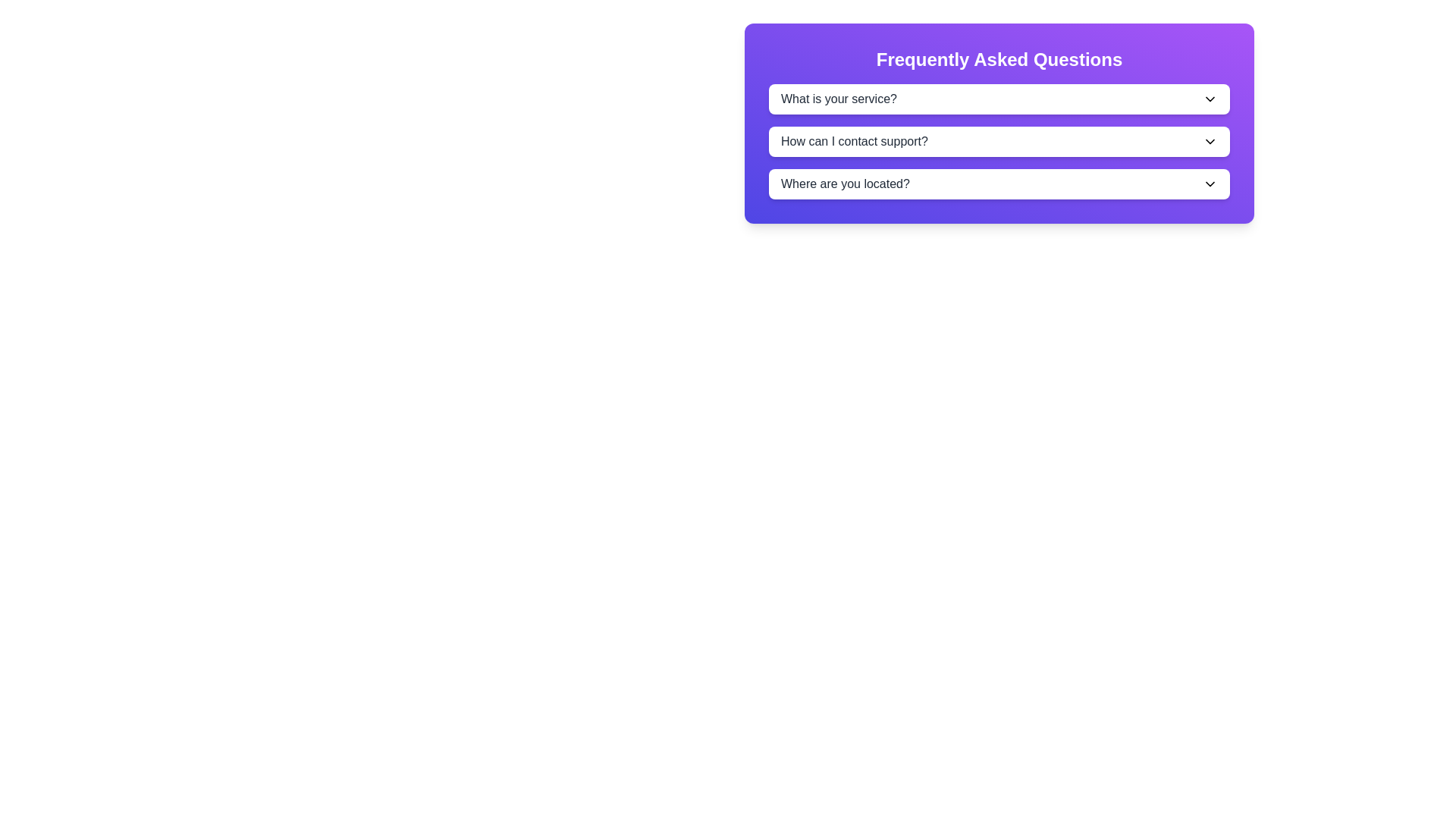  I want to click on the Dropdown icon (chevron) located on the far-right side of the question text 'How can I contact support?', so click(1210, 141).